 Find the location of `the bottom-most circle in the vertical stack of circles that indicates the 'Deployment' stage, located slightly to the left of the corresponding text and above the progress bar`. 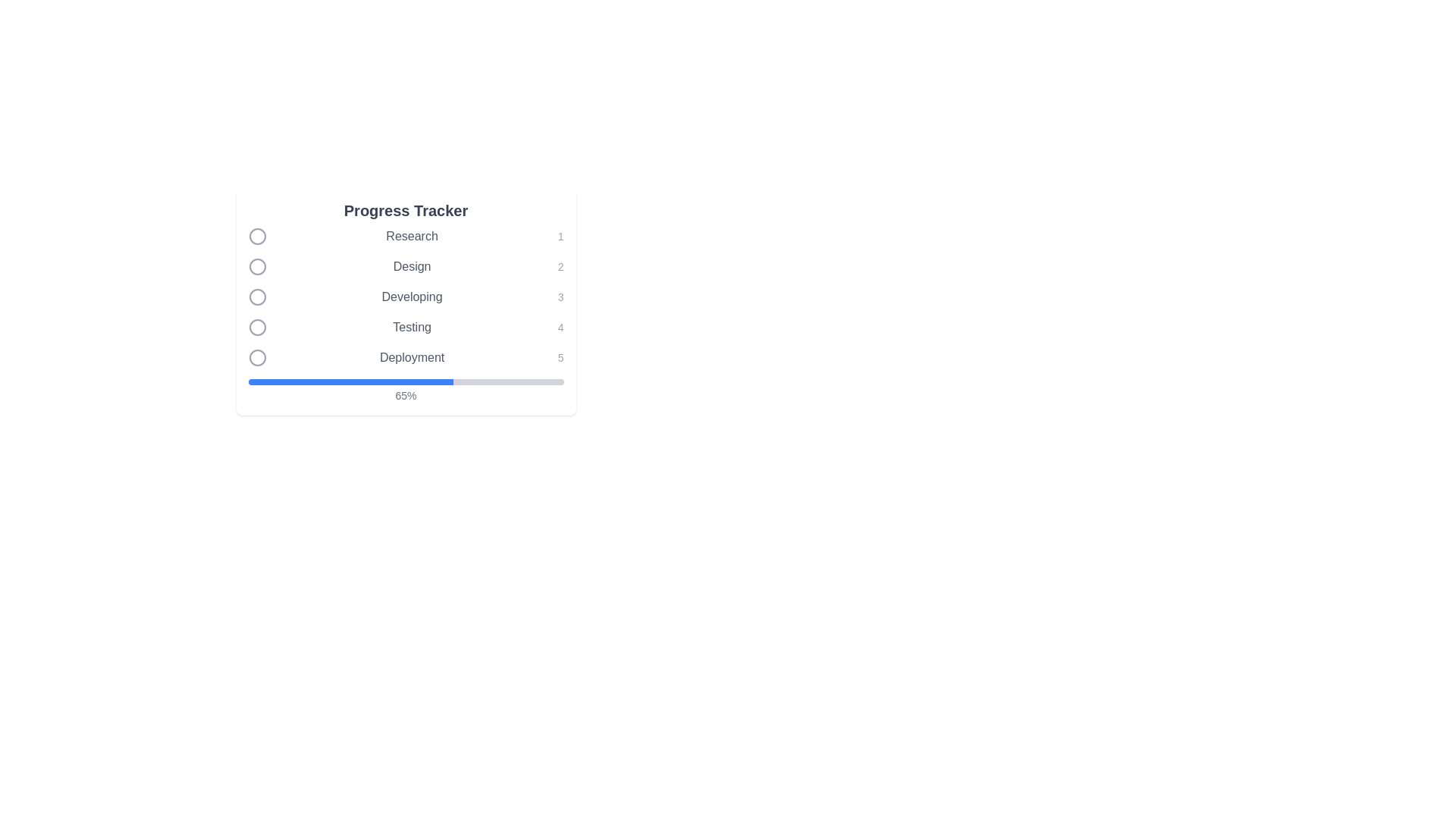

the bottom-most circle in the vertical stack of circles that indicates the 'Deployment' stage, located slightly to the left of the corresponding text and above the progress bar is located at coordinates (257, 357).